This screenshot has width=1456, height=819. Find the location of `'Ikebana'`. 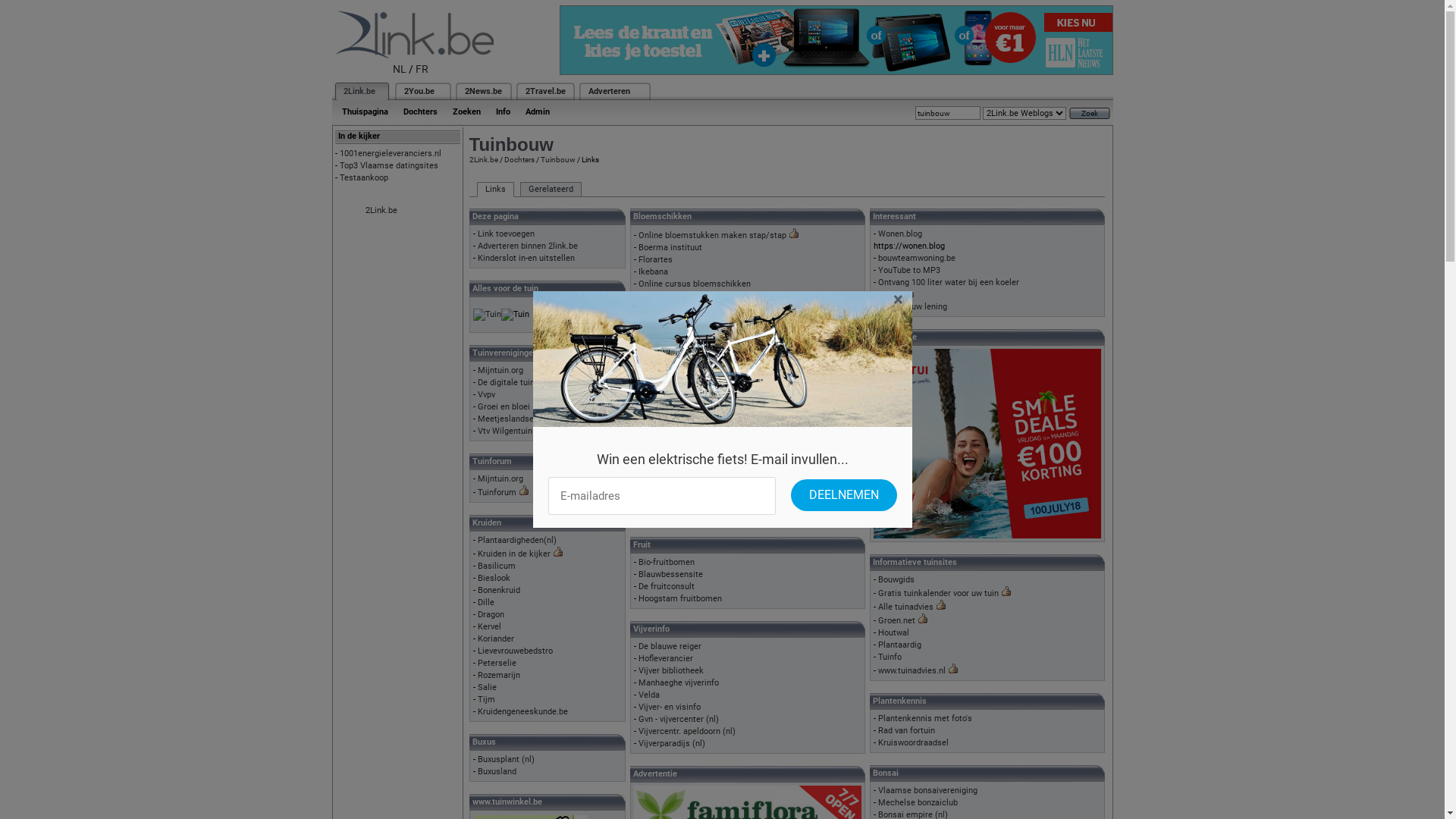

'Ikebana' is located at coordinates (653, 271).